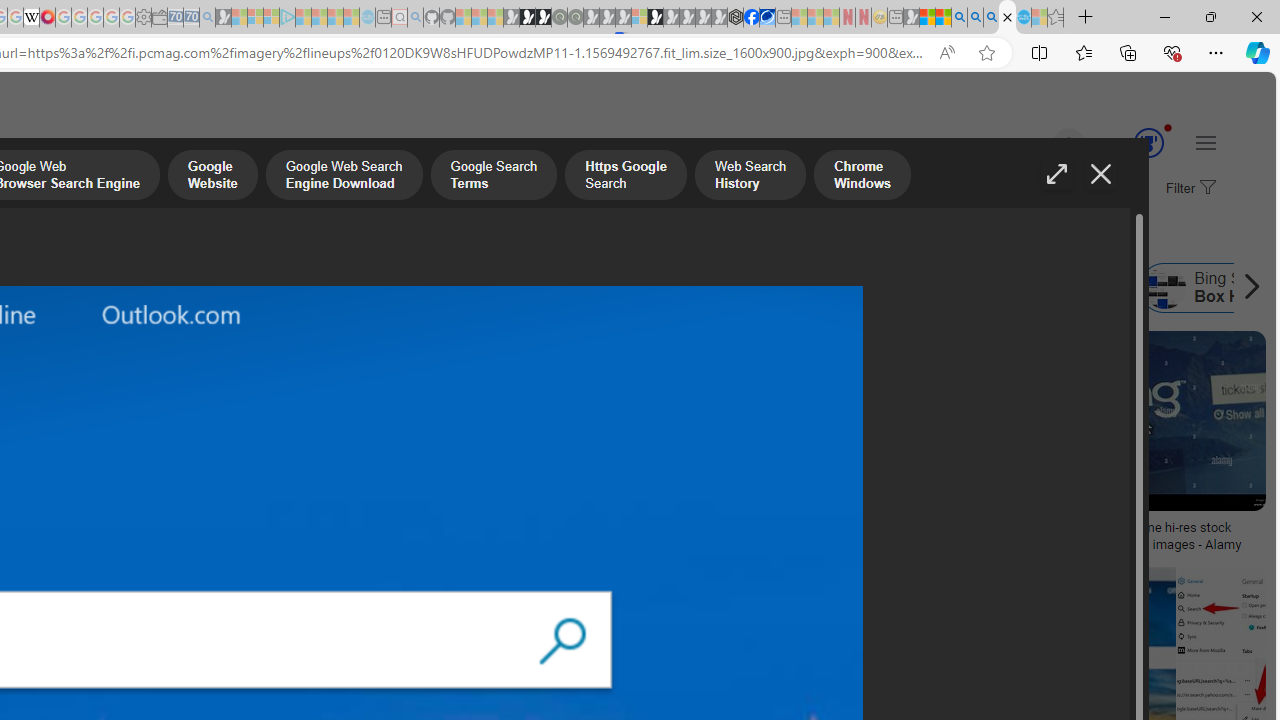 The width and height of the screenshot is (1280, 720). What do you see at coordinates (173, 288) in the screenshot?
I see `'Bing Best Search Engine'` at bounding box center [173, 288].